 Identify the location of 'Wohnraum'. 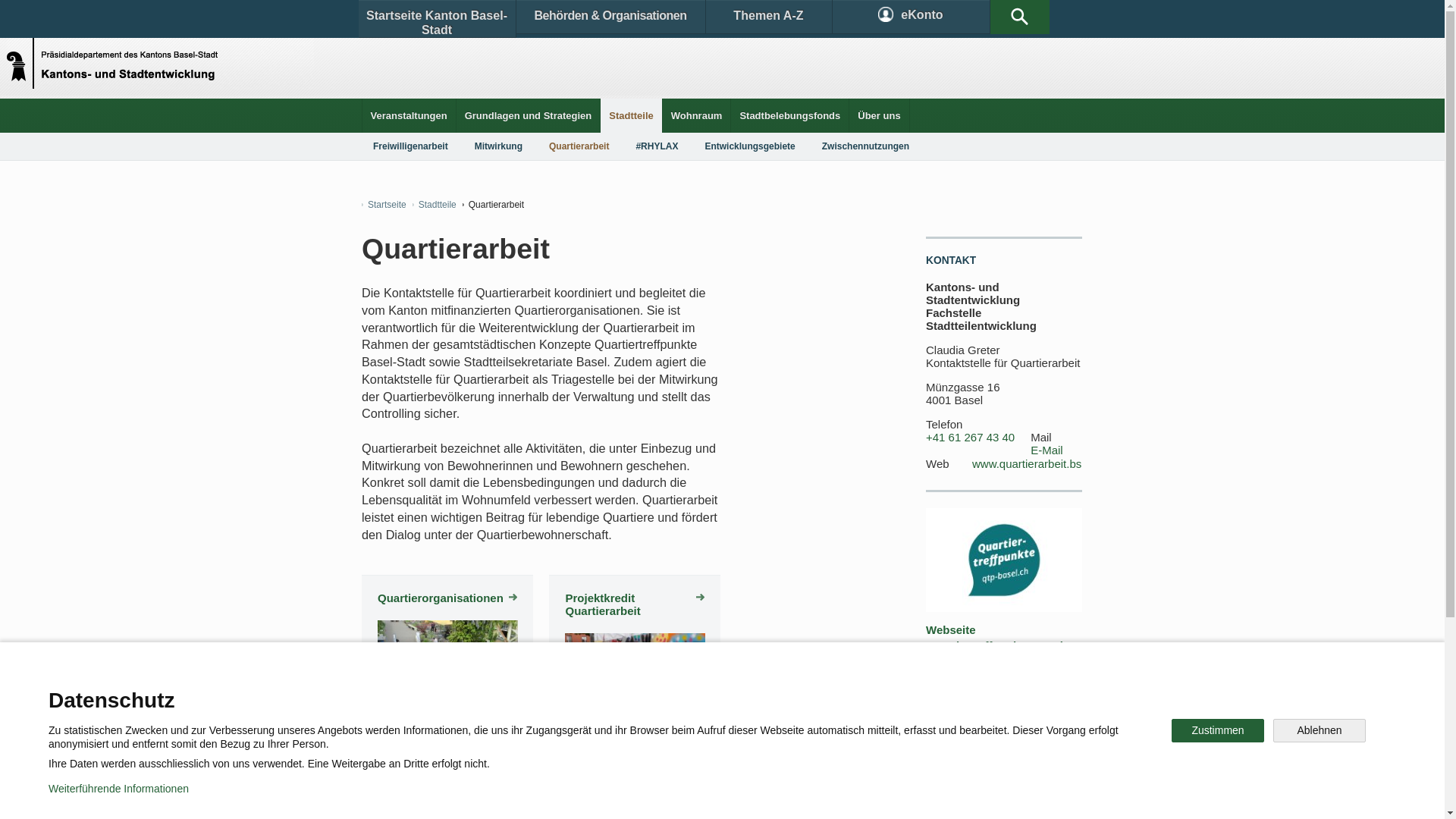
(695, 115).